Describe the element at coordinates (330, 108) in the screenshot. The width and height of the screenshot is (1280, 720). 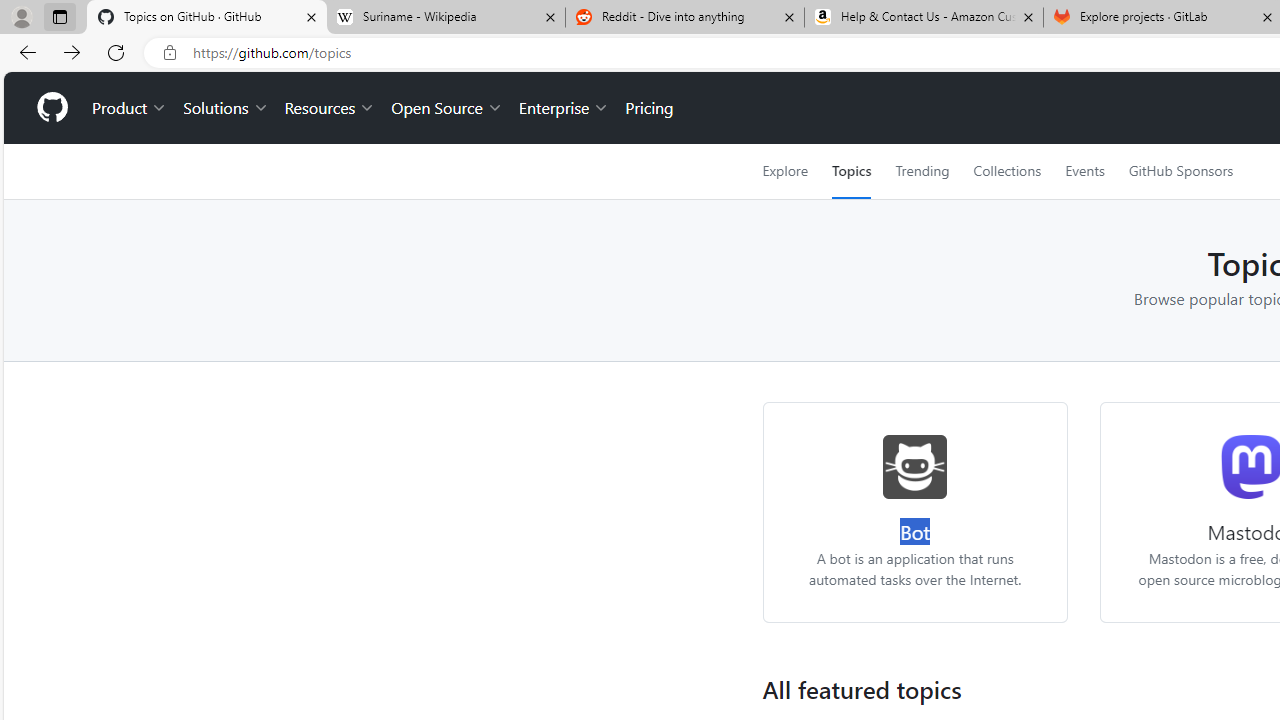
I see `'Resources'` at that location.